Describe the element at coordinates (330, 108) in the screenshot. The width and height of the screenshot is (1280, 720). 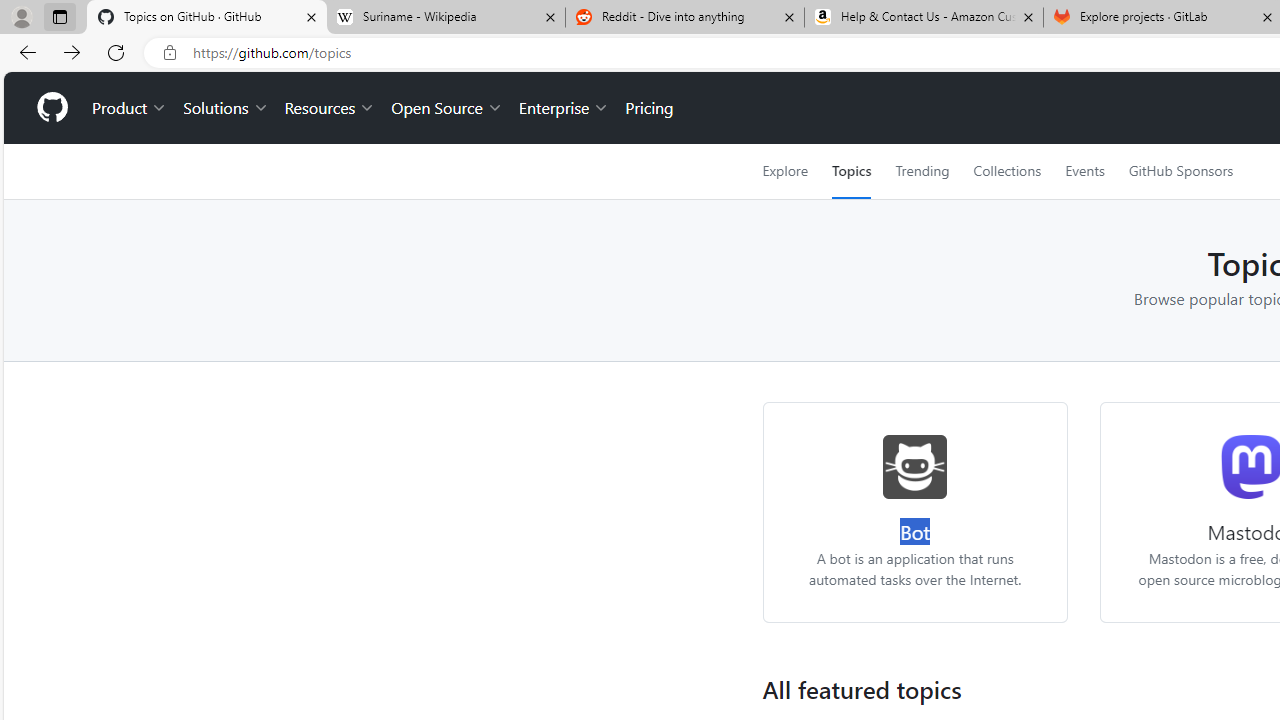
I see `'Resources'` at that location.